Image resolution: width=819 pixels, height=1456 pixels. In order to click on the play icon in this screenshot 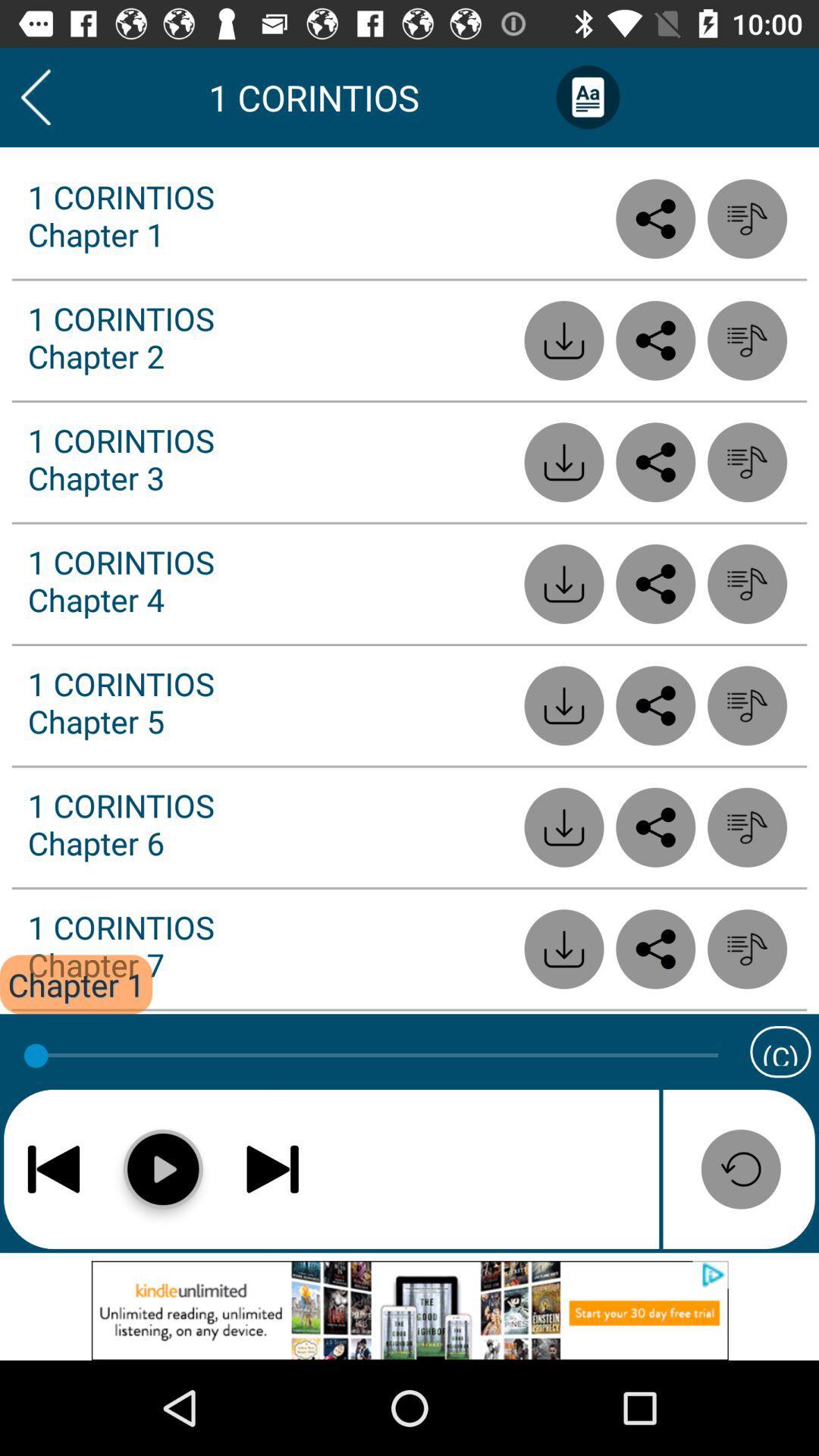, I will do `click(163, 1168)`.